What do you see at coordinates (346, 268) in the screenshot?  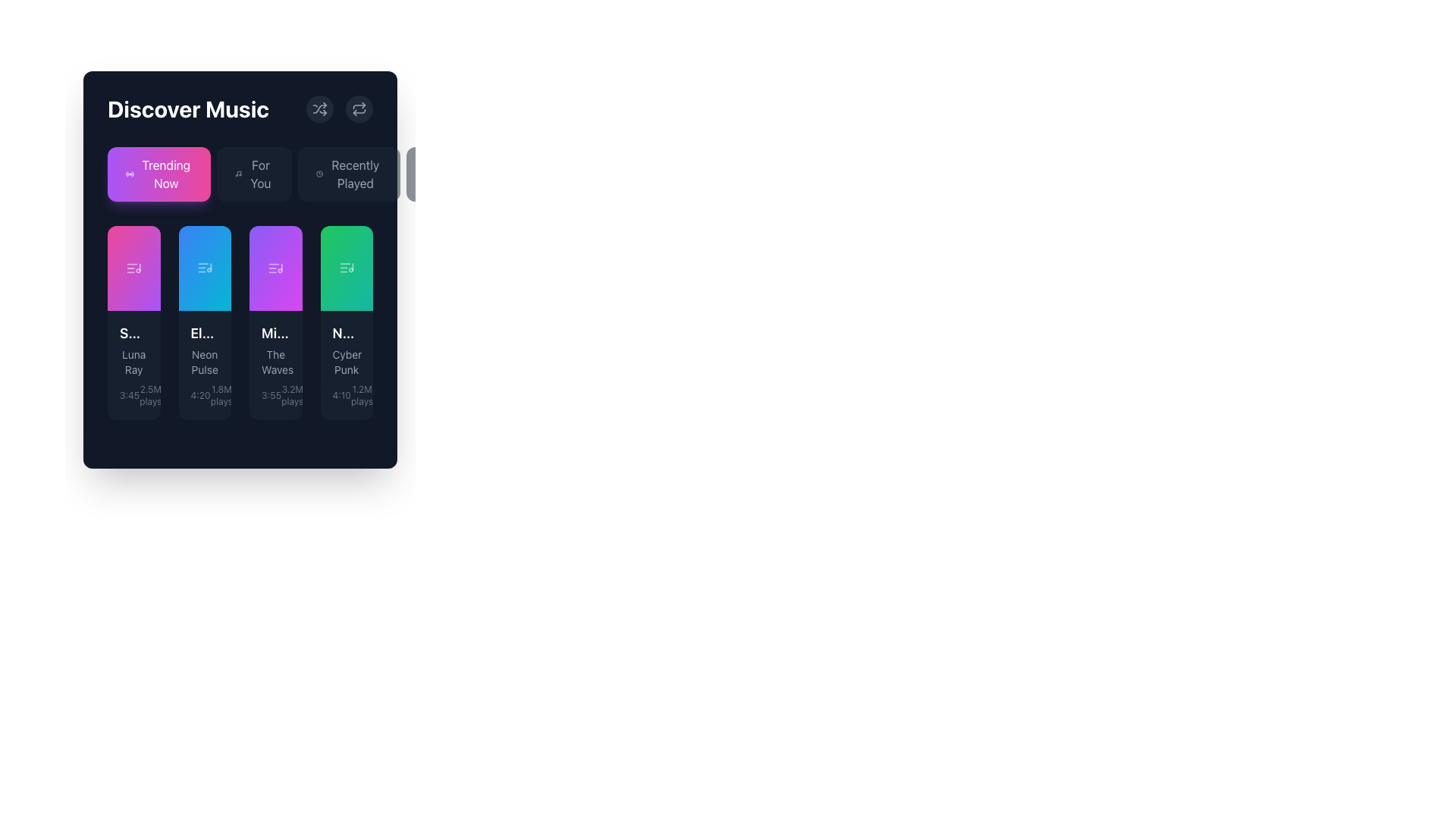 I see `the musical note icon on the green card labeled 'Cyber Punk', which is located in the fourth position of the row of music cards` at bounding box center [346, 268].